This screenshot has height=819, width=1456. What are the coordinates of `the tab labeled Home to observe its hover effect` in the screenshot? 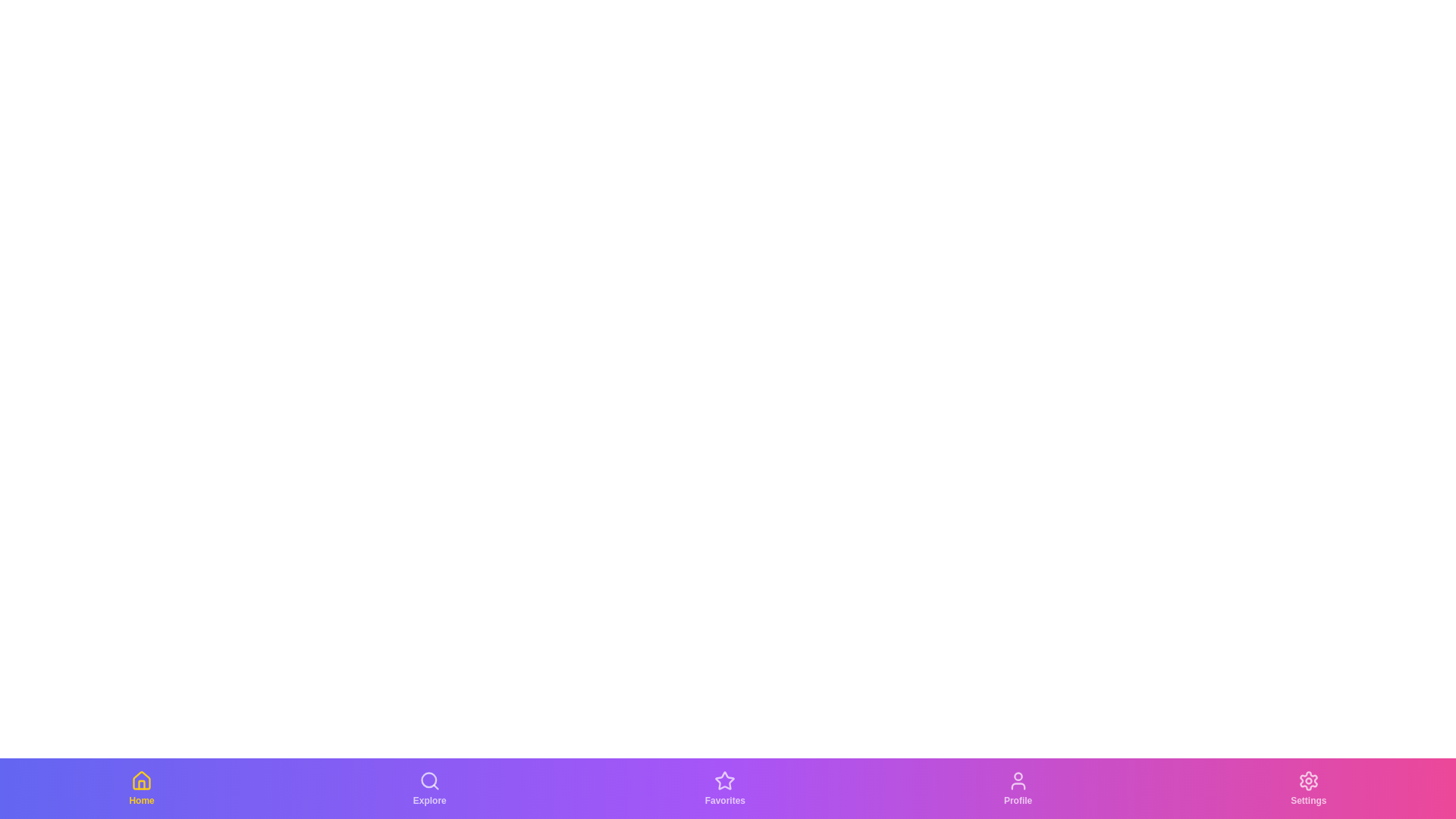 It's located at (142, 788).